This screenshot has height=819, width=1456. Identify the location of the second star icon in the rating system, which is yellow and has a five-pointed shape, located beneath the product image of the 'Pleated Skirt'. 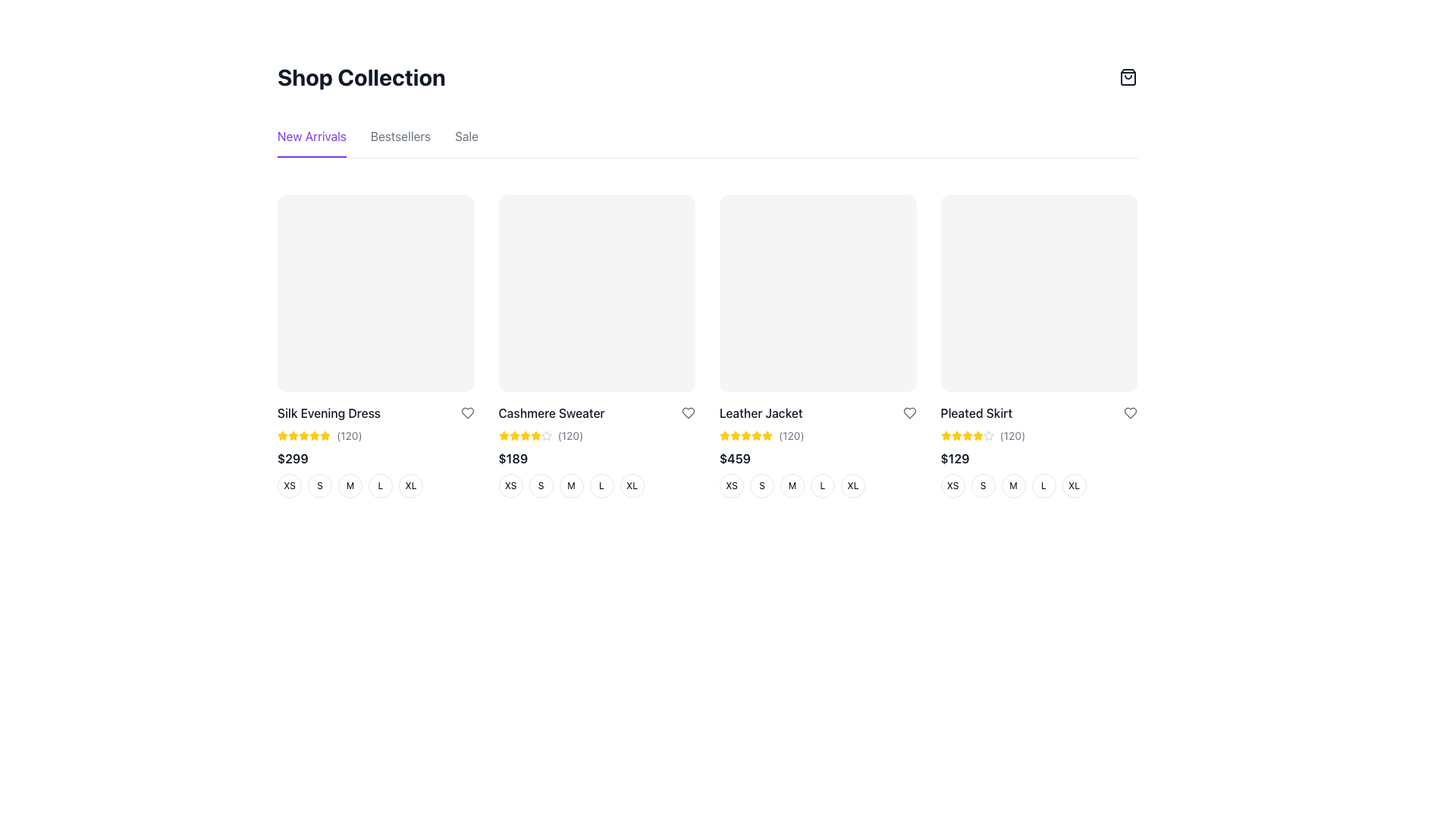
(955, 435).